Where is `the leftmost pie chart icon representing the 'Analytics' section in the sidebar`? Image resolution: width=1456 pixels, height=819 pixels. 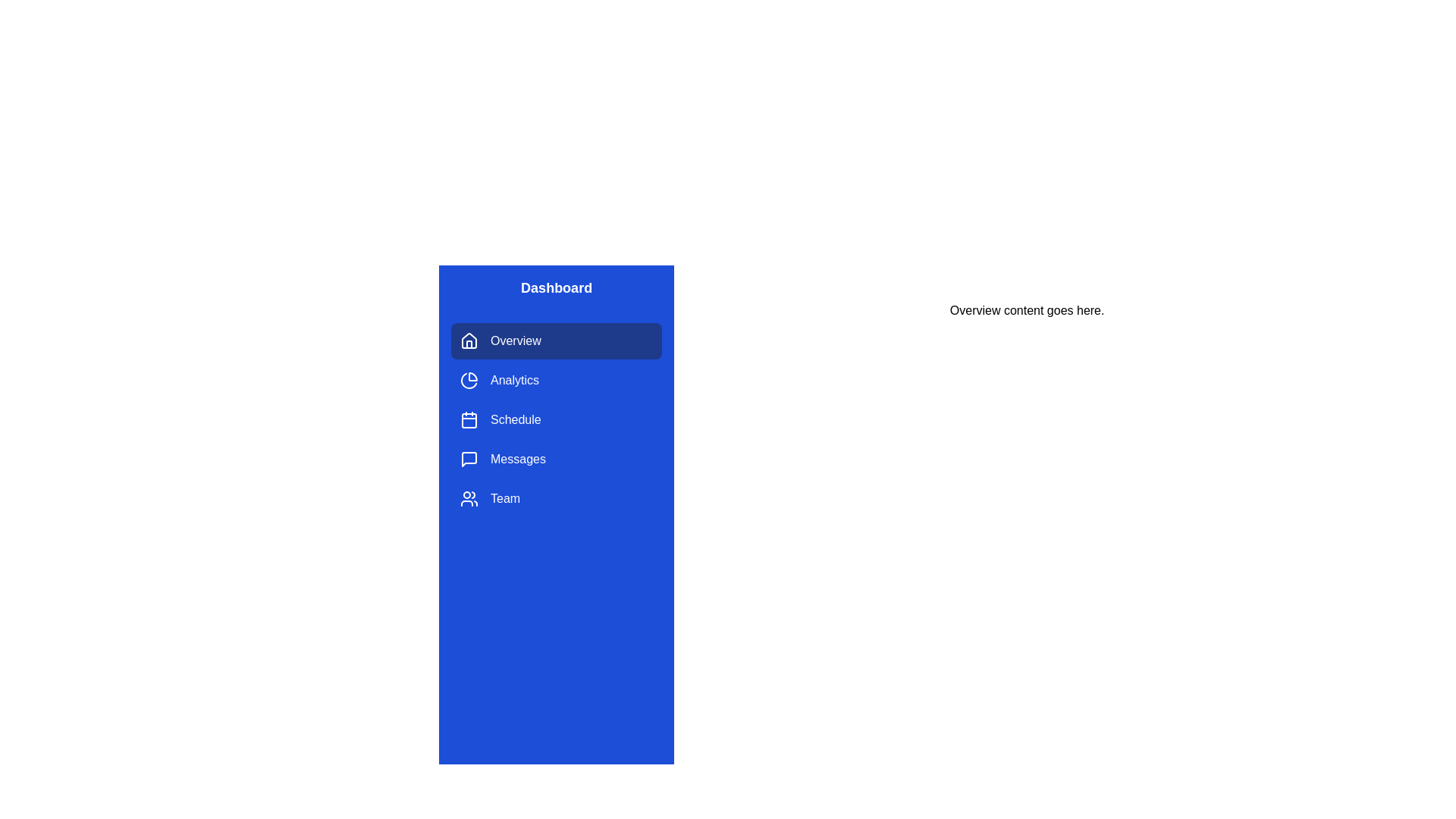 the leftmost pie chart icon representing the 'Analytics' section in the sidebar is located at coordinates (469, 379).